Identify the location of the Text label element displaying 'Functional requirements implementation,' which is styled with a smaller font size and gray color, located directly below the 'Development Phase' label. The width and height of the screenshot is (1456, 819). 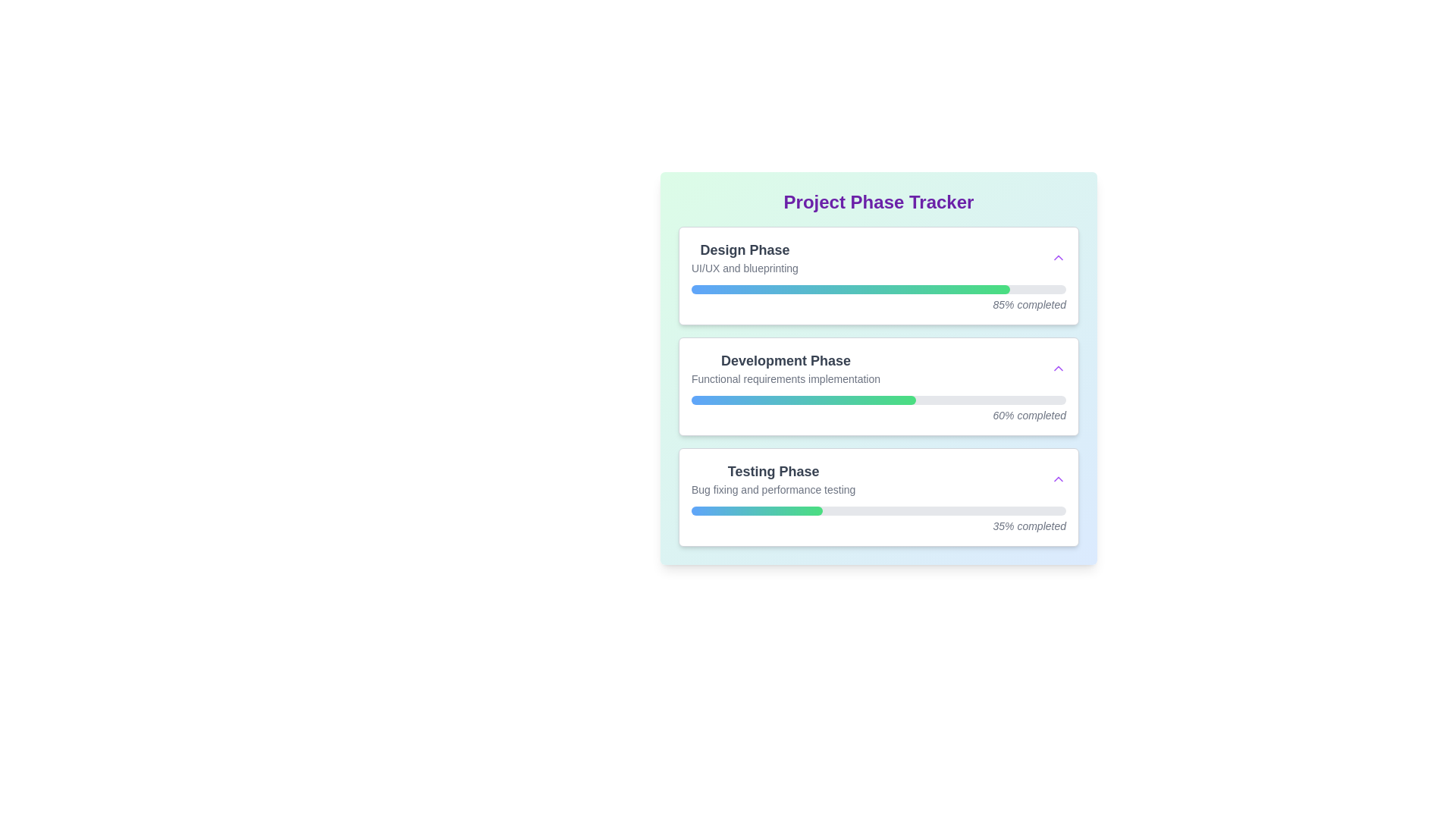
(786, 378).